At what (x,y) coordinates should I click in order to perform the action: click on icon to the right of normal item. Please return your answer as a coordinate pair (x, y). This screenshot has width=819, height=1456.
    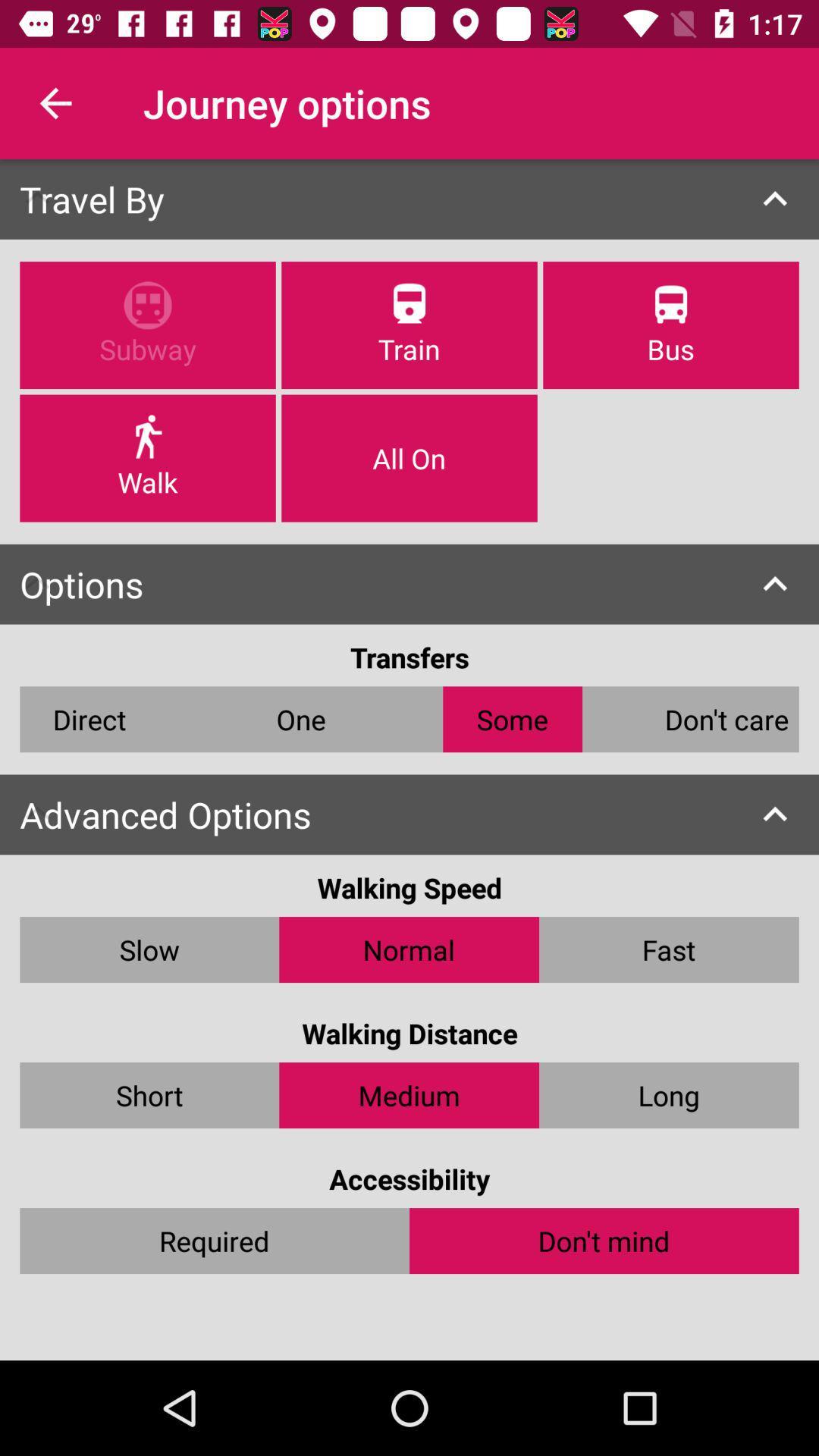
    Looking at the image, I should click on (668, 949).